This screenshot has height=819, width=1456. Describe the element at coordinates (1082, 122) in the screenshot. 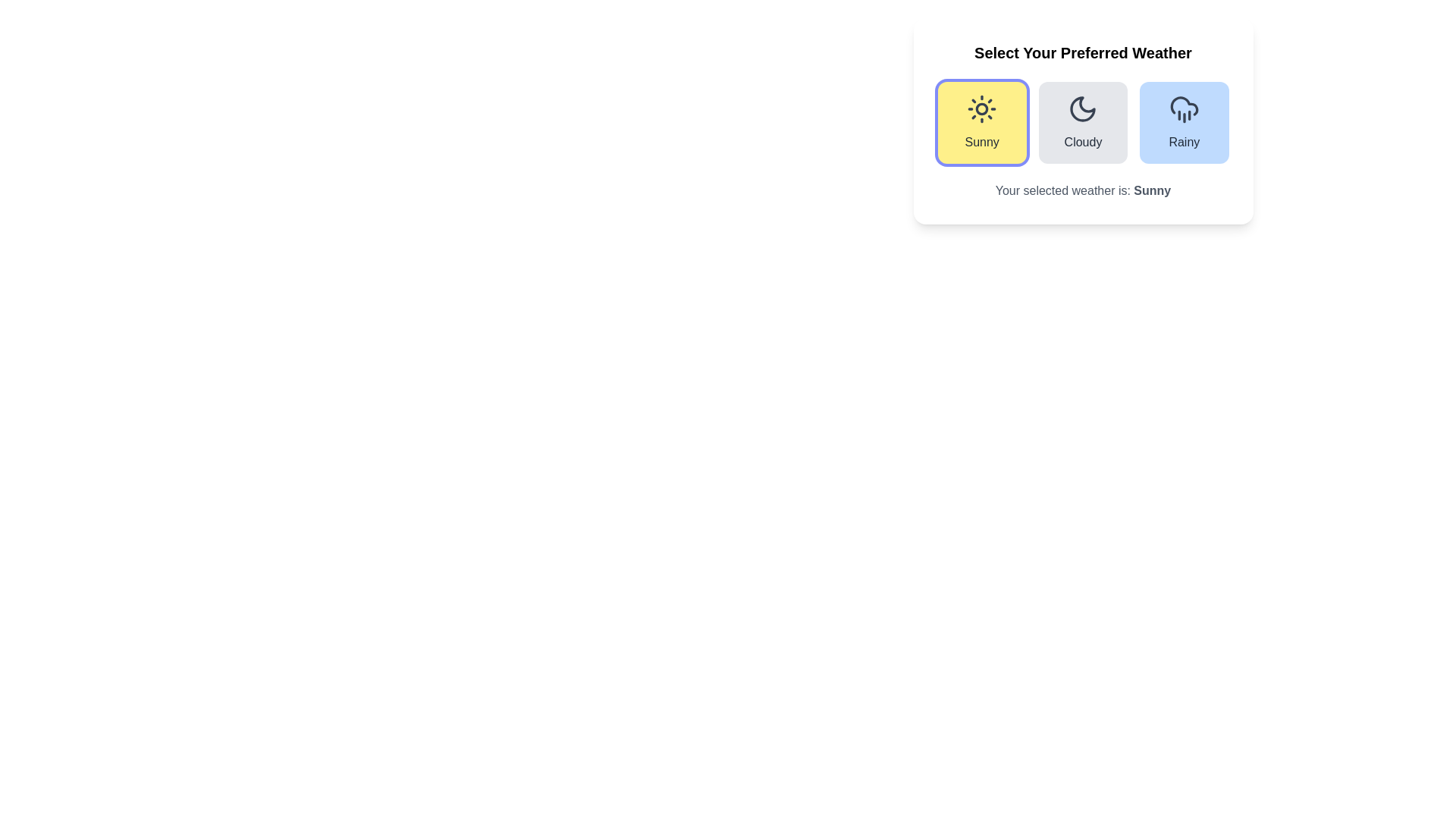

I see `the selectable weather condition card in the grid layout positioned under the title 'Select Your Preferred Weather' to trigger the visual hover effect` at that location.